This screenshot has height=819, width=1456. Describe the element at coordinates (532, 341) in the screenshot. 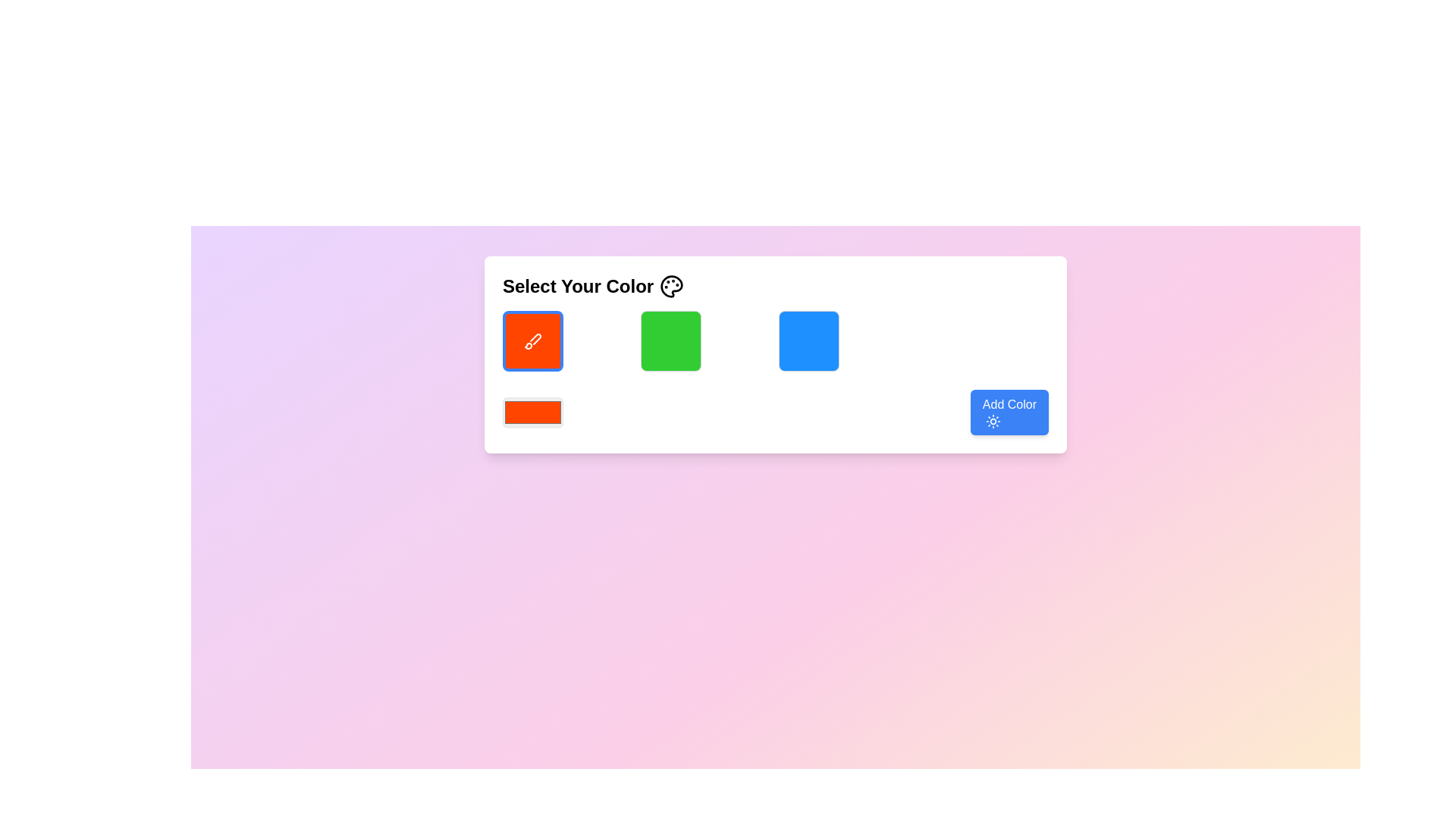

I see `the first button in the grid layout, which is a square box with rounded corners, bright orange background, and a white paintbrush icon at the center` at that location.